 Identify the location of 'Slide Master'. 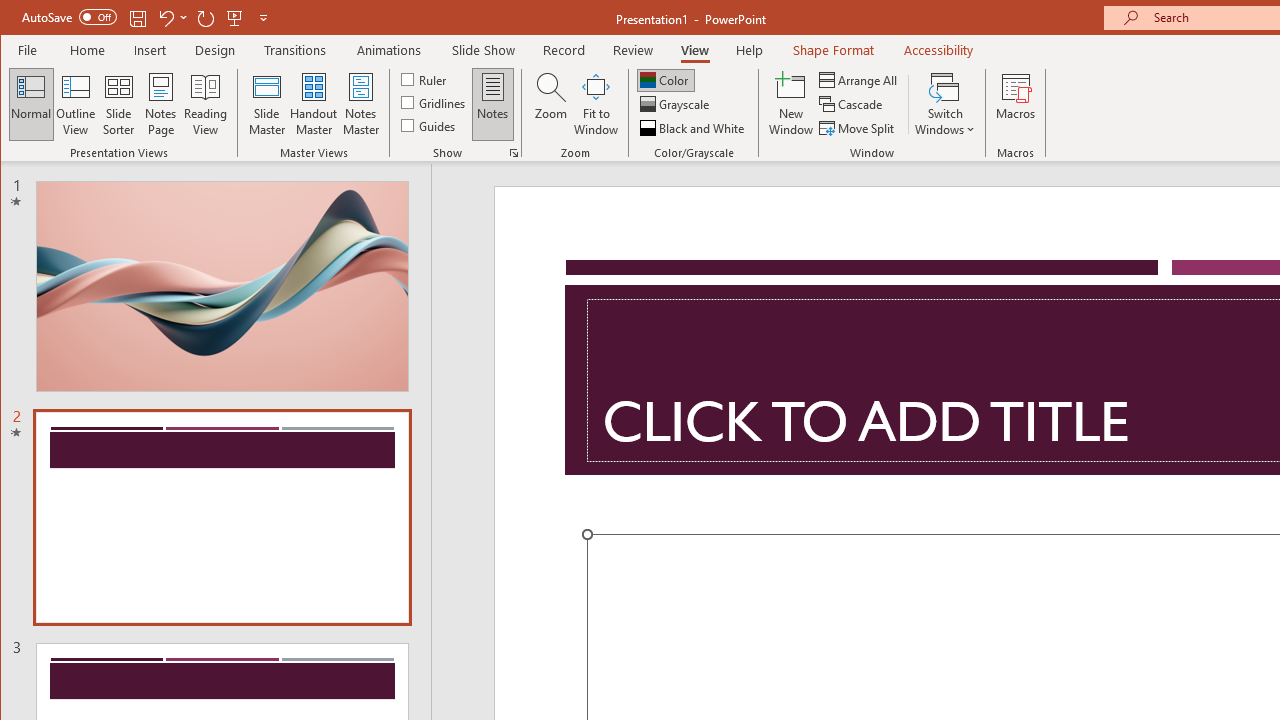
(265, 104).